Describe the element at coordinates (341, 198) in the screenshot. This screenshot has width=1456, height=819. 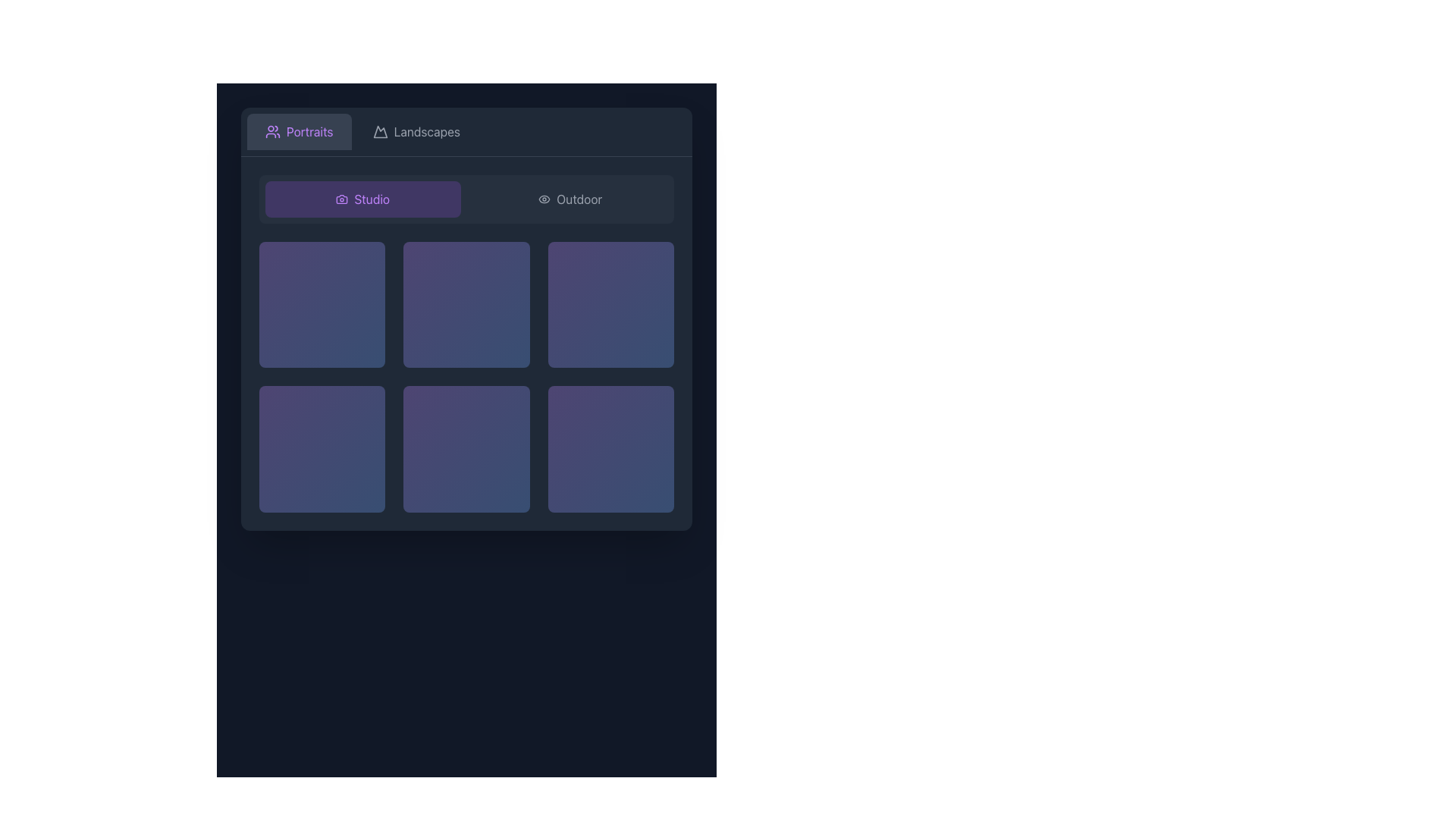
I see `the camera icon located inside the 'Studio' button to trigger the tooltip` at that location.